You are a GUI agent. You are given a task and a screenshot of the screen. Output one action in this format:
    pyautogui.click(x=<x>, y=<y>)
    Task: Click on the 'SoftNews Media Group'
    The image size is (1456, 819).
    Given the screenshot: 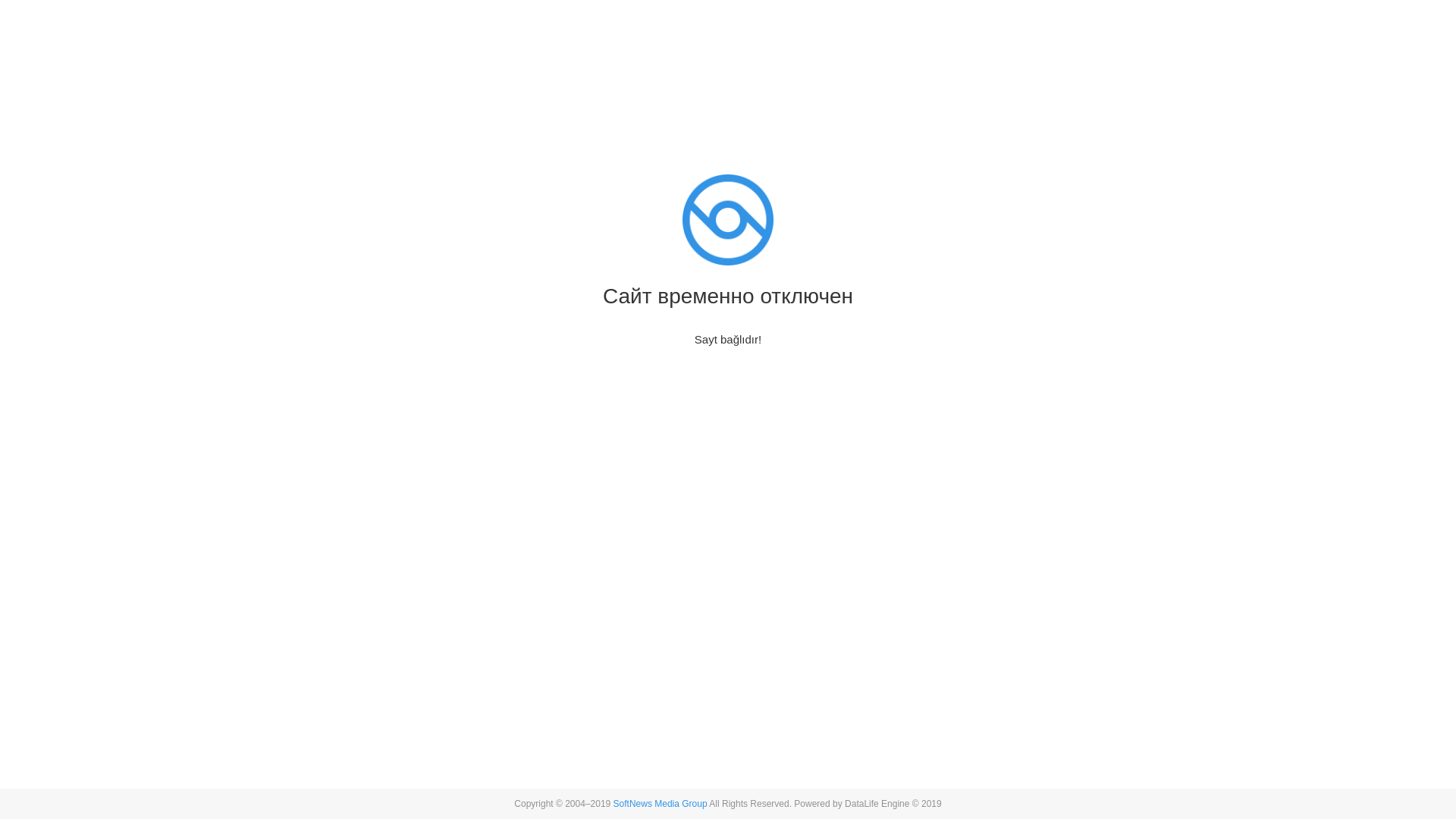 What is the action you would take?
    pyautogui.click(x=613, y=803)
    